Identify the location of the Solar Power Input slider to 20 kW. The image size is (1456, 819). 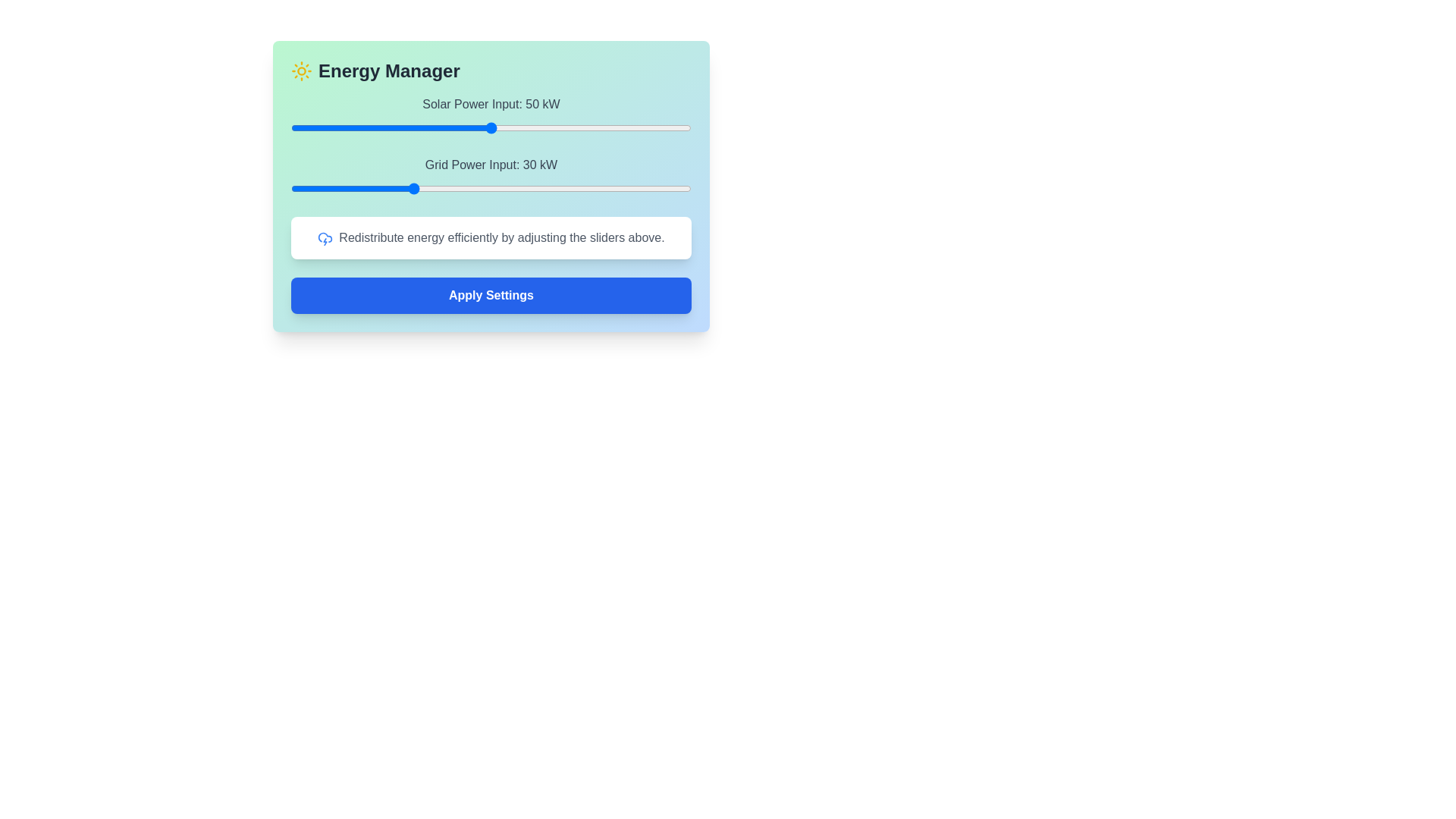
(371, 127).